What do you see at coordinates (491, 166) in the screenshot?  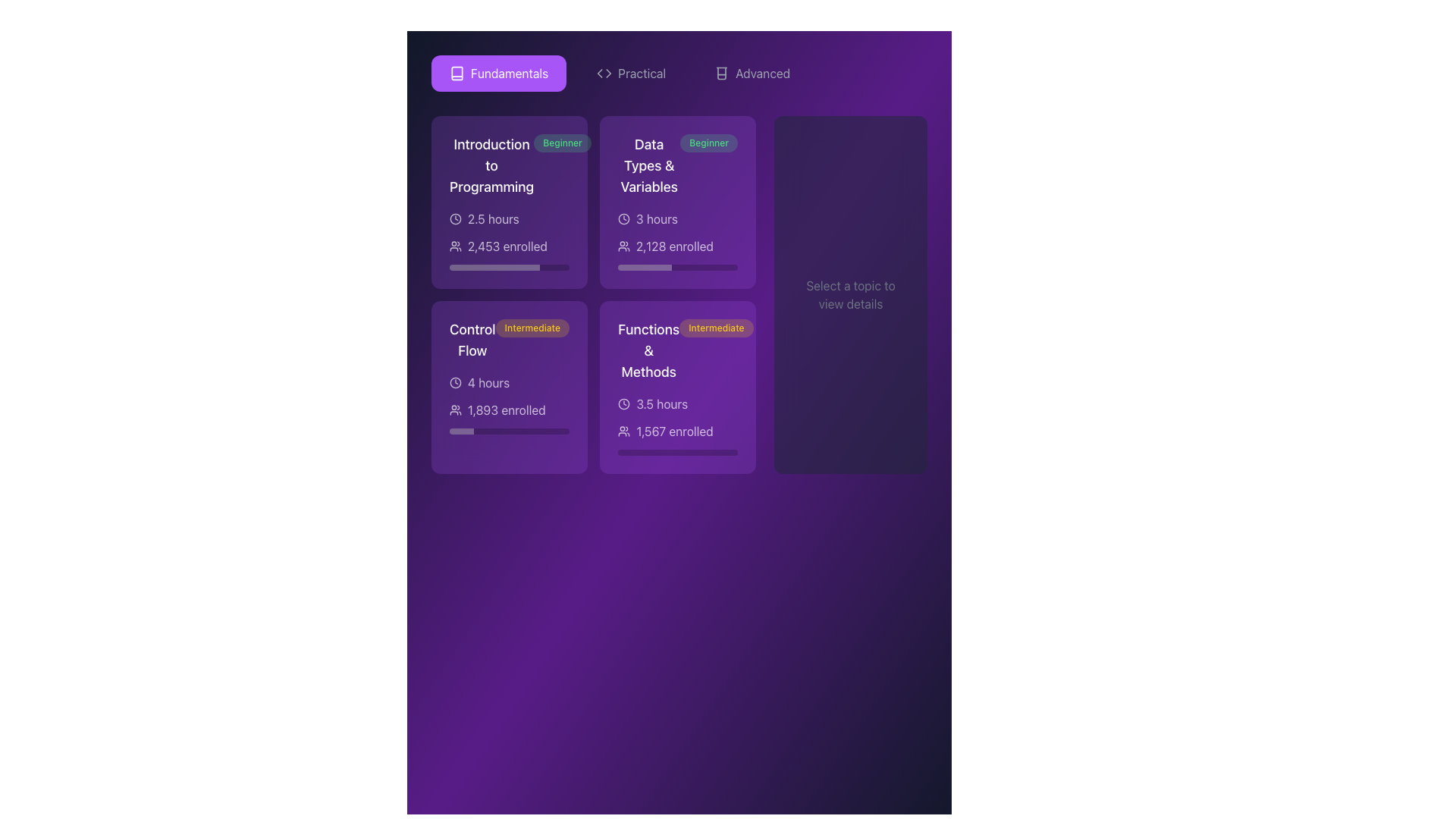 I see `text content of the text label displaying 'Introduction to Programming' styled with a medium white font on a purple background, located in the top-left card of a grid` at bounding box center [491, 166].